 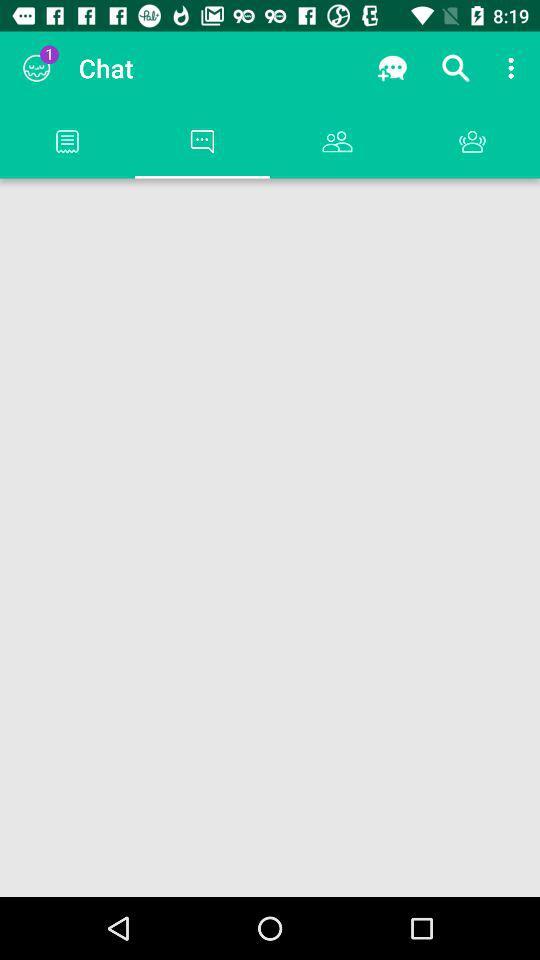 What do you see at coordinates (36, 68) in the screenshot?
I see `the app next to chat item` at bounding box center [36, 68].